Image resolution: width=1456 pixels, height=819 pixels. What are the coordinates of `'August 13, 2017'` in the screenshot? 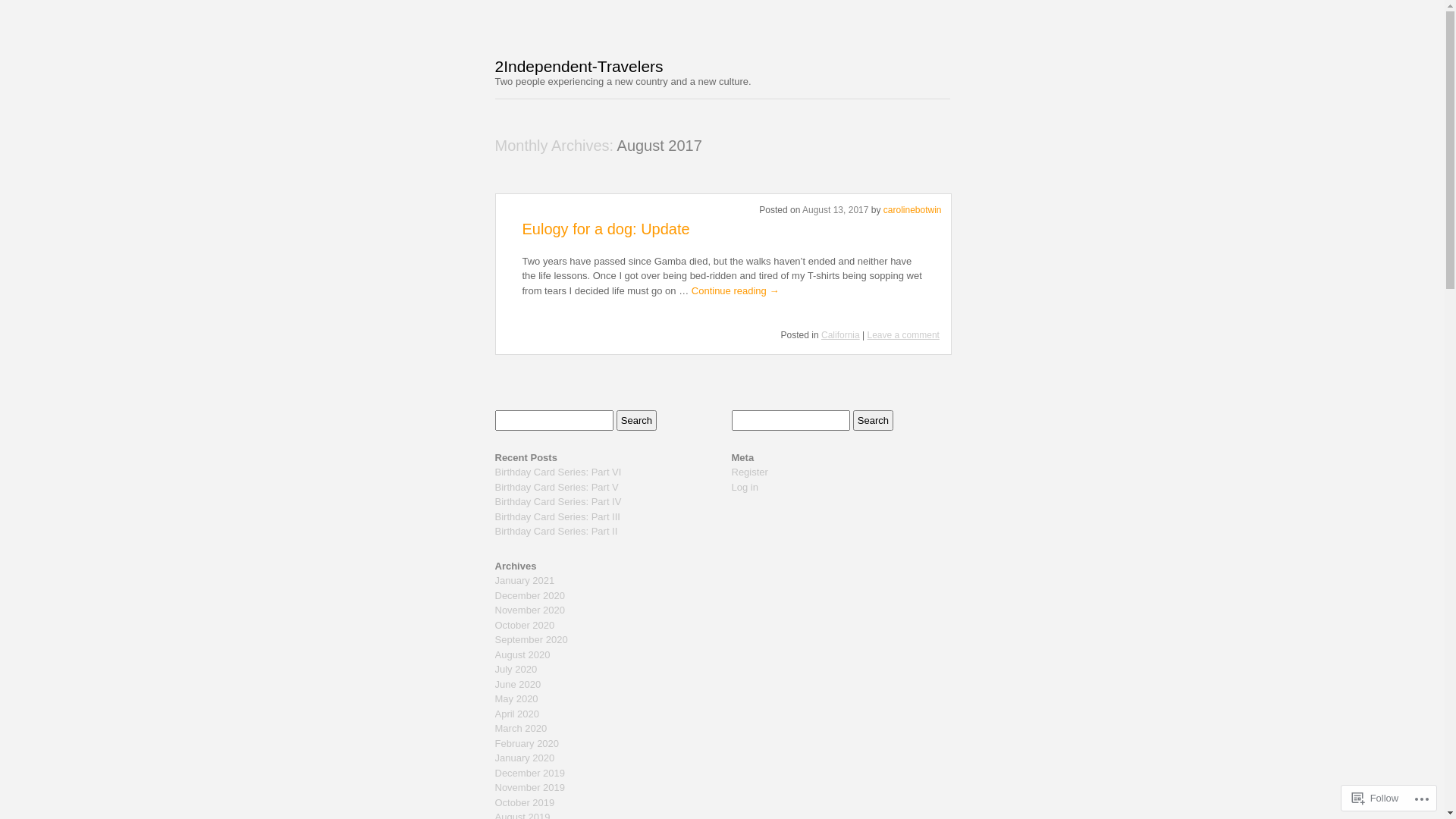 It's located at (801, 210).